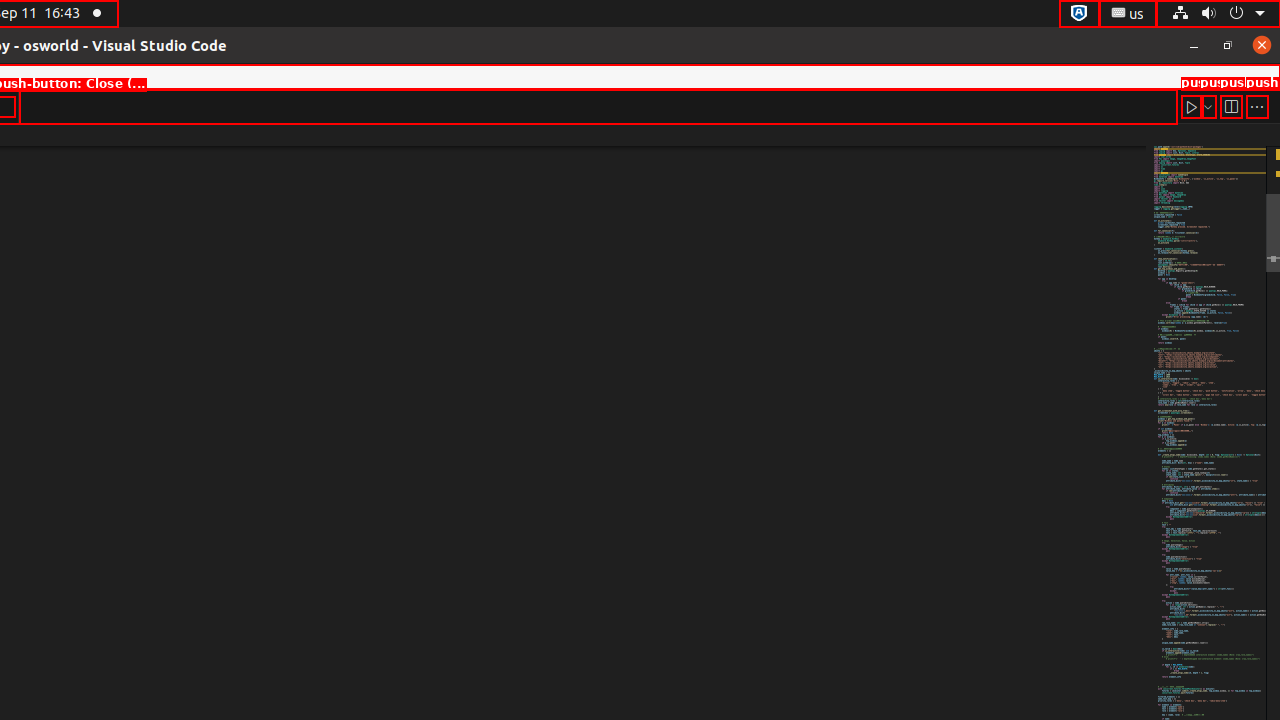 Image resolution: width=1280 pixels, height=720 pixels. Describe the element at coordinates (1127, 13) in the screenshot. I see `':1.21/StatusNotifierItem'` at that location.